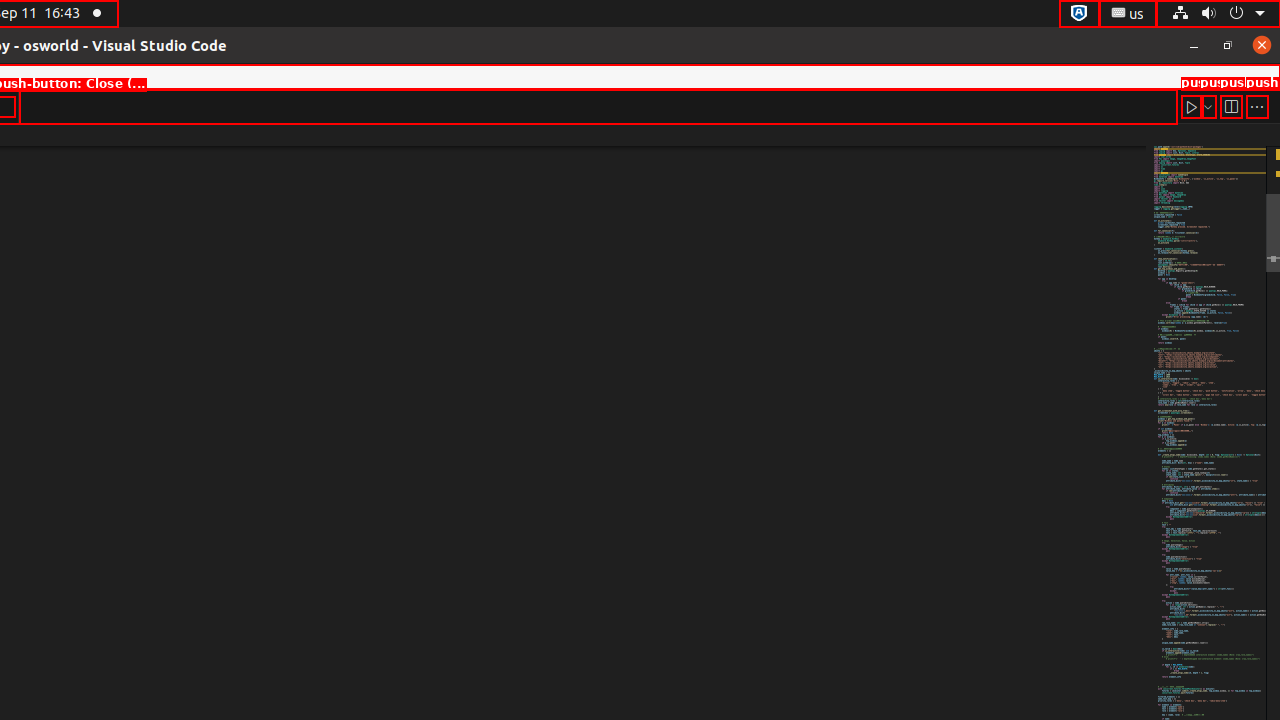 Image resolution: width=1280 pixels, height=720 pixels. Describe the element at coordinates (1127, 13) in the screenshot. I see `':1.21/StatusNotifierItem'` at that location.